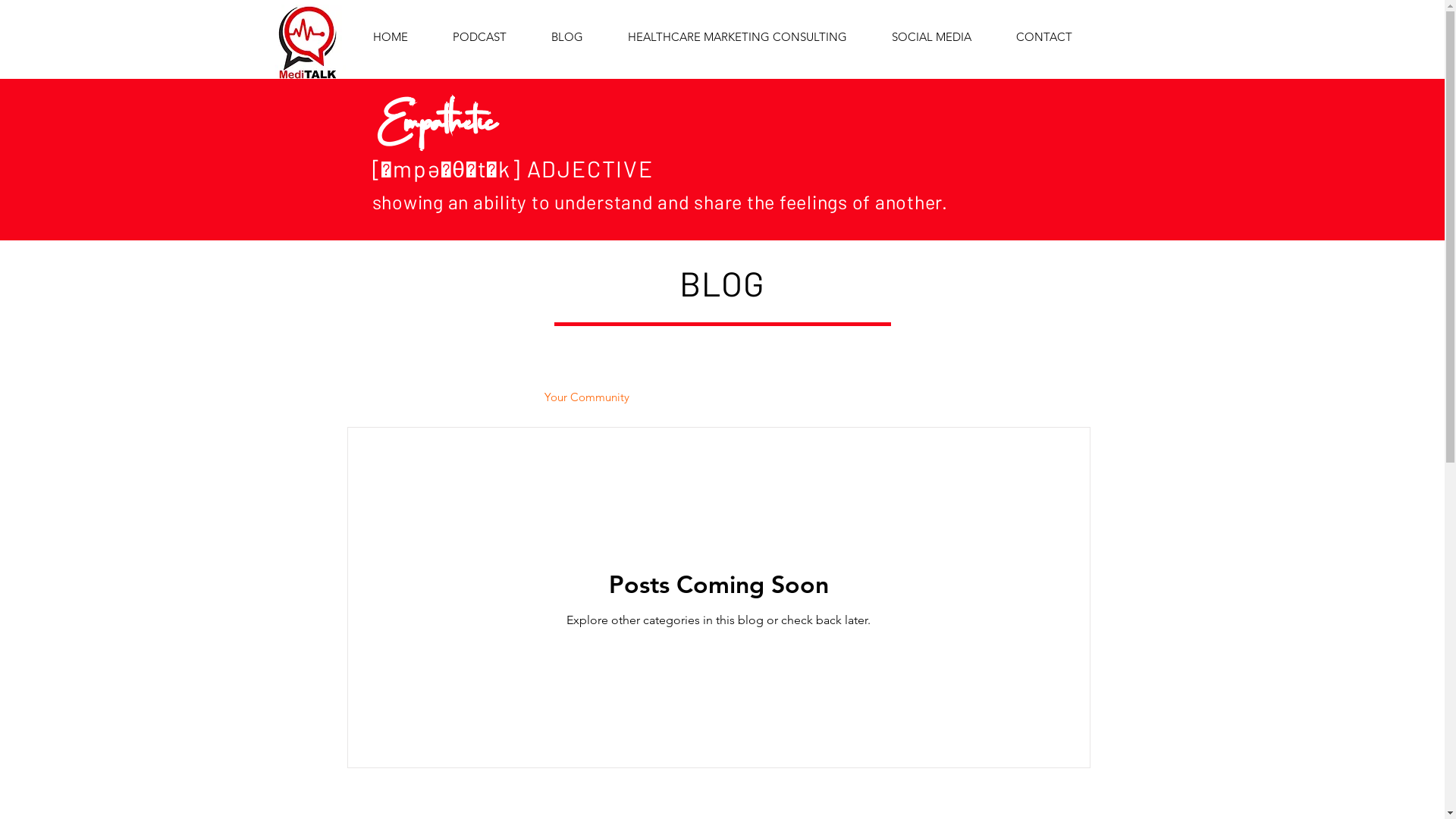 The height and width of the screenshot is (819, 1456). What do you see at coordinates (473, 396) in the screenshot?
I see `'Getting Started'` at bounding box center [473, 396].